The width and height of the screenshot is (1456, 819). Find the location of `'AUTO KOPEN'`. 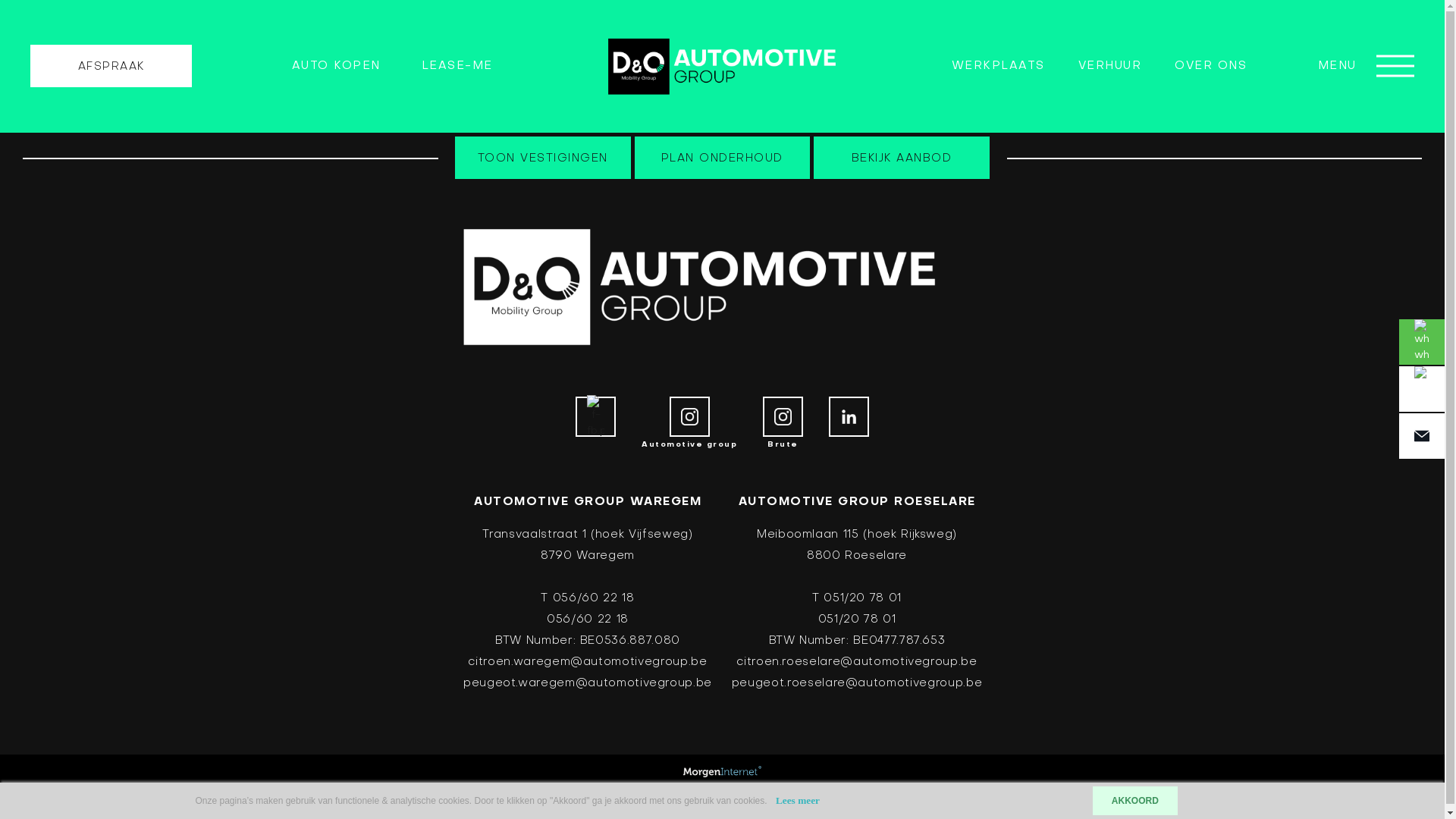

'AUTO KOPEN' is located at coordinates (335, 65).